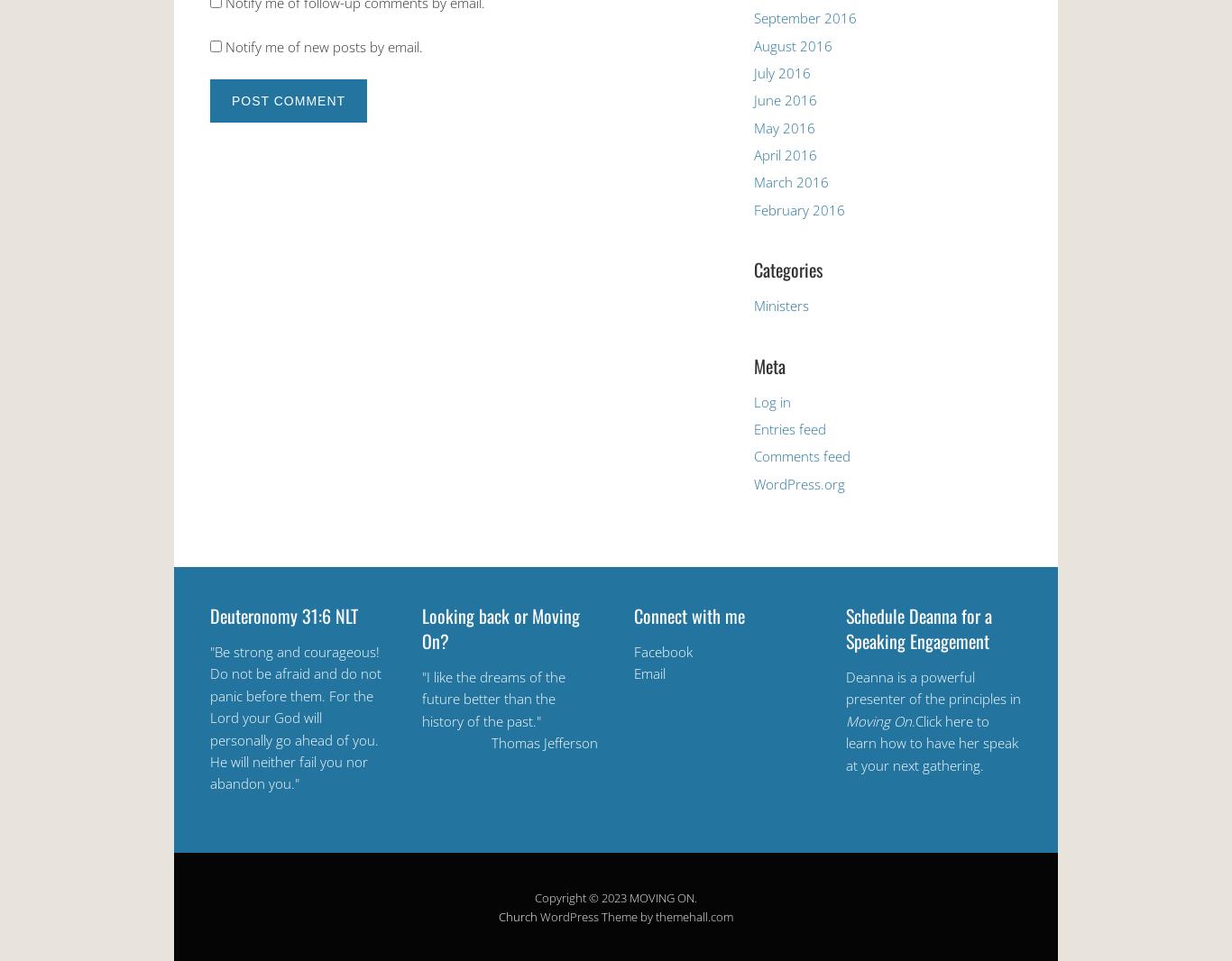 The width and height of the screenshot is (1232, 961). What do you see at coordinates (789, 428) in the screenshot?
I see `'Entries feed'` at bounding box center [789, 428].